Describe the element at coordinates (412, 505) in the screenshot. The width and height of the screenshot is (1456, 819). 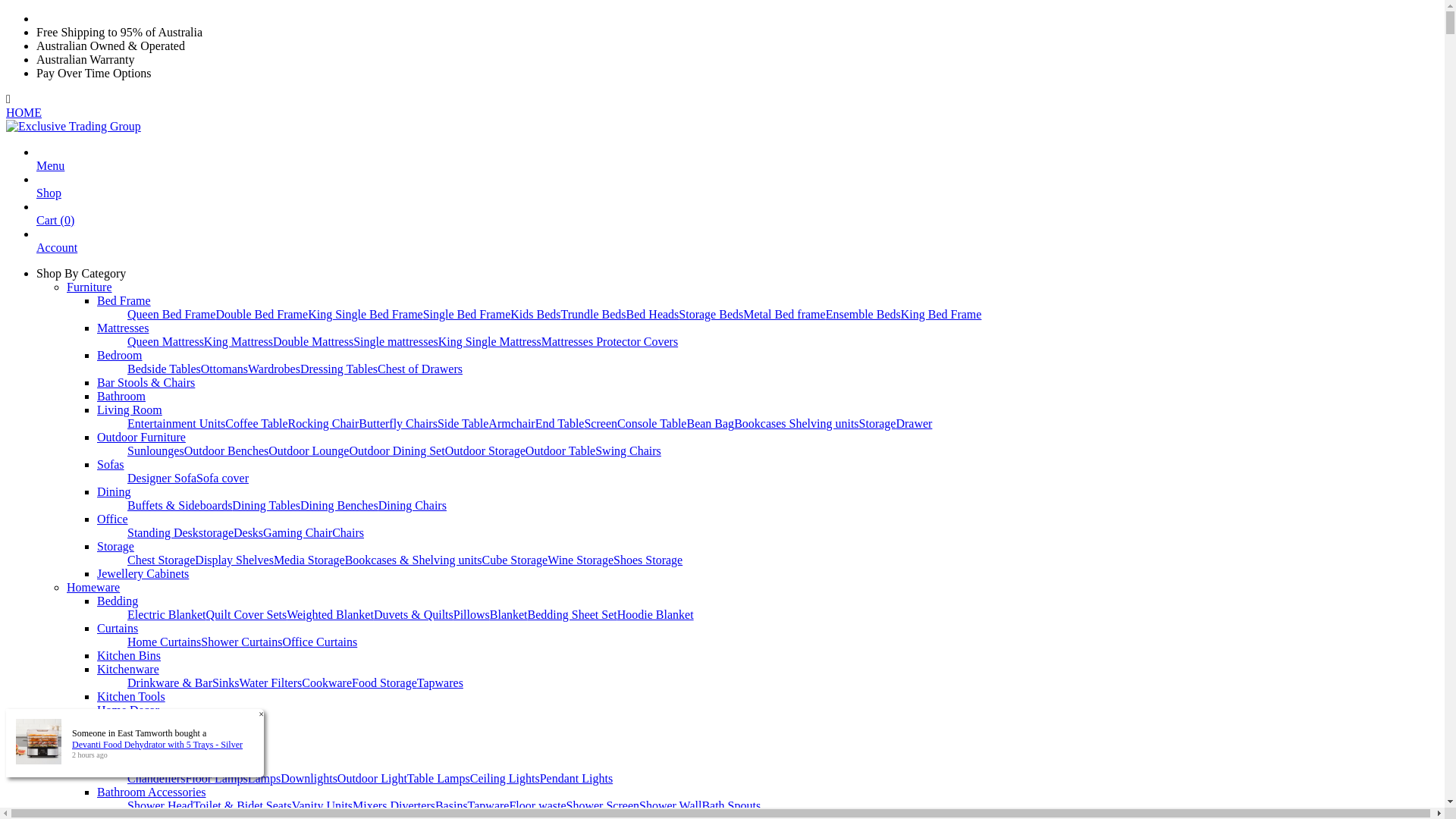
I see `'Dining Chairs'` at that location.